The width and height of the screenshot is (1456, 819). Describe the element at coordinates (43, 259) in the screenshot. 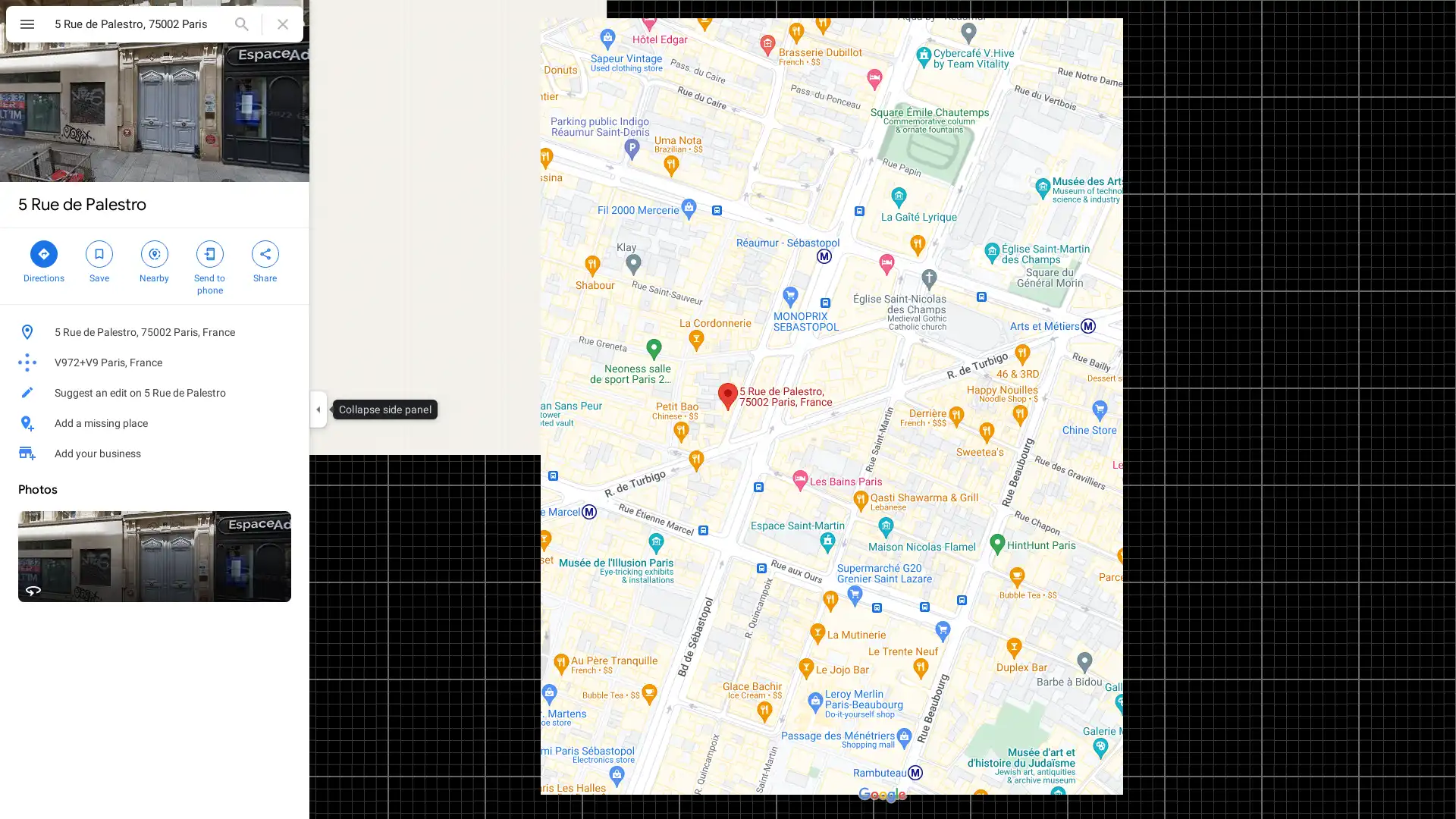

I see `Directions to 5 Rue de Palestro` at that location.